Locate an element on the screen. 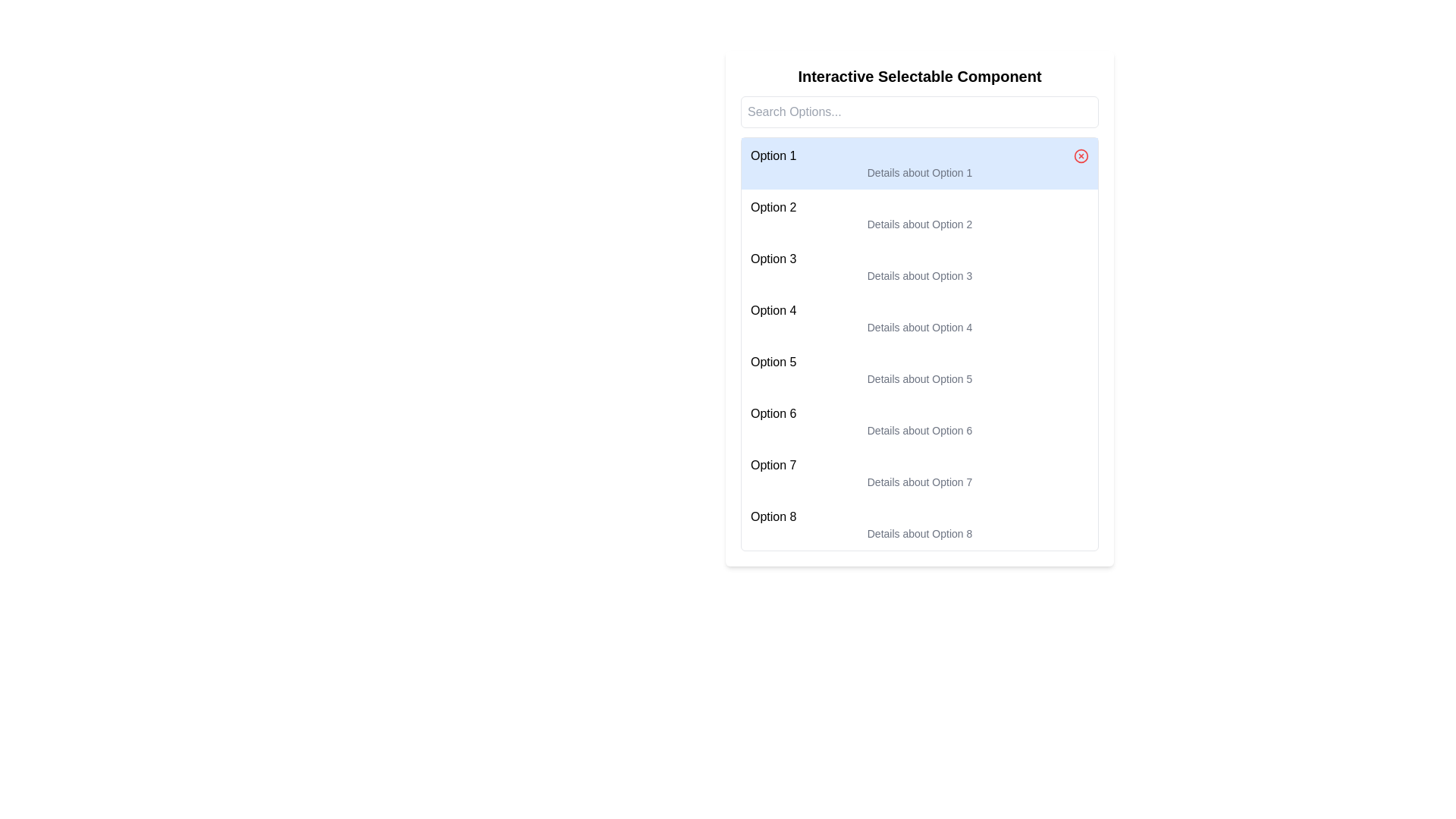  the text element containing 'Details about Option 8', which is styled in a smaller, gray font and positioned below 'Option 8' is located at coordinates (919, 533).